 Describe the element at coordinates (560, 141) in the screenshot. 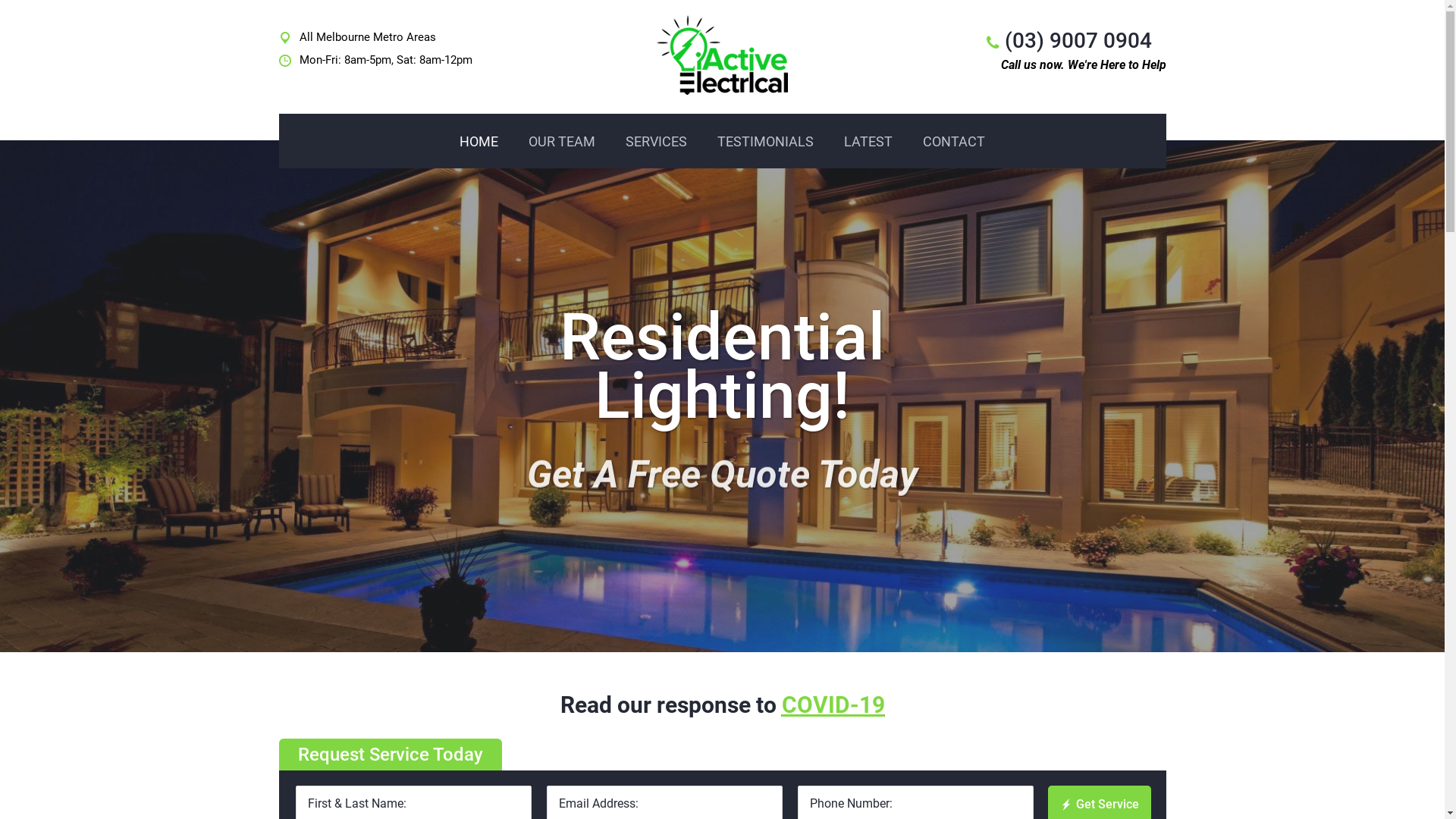

I see `'OUR TEAM'` at that location.